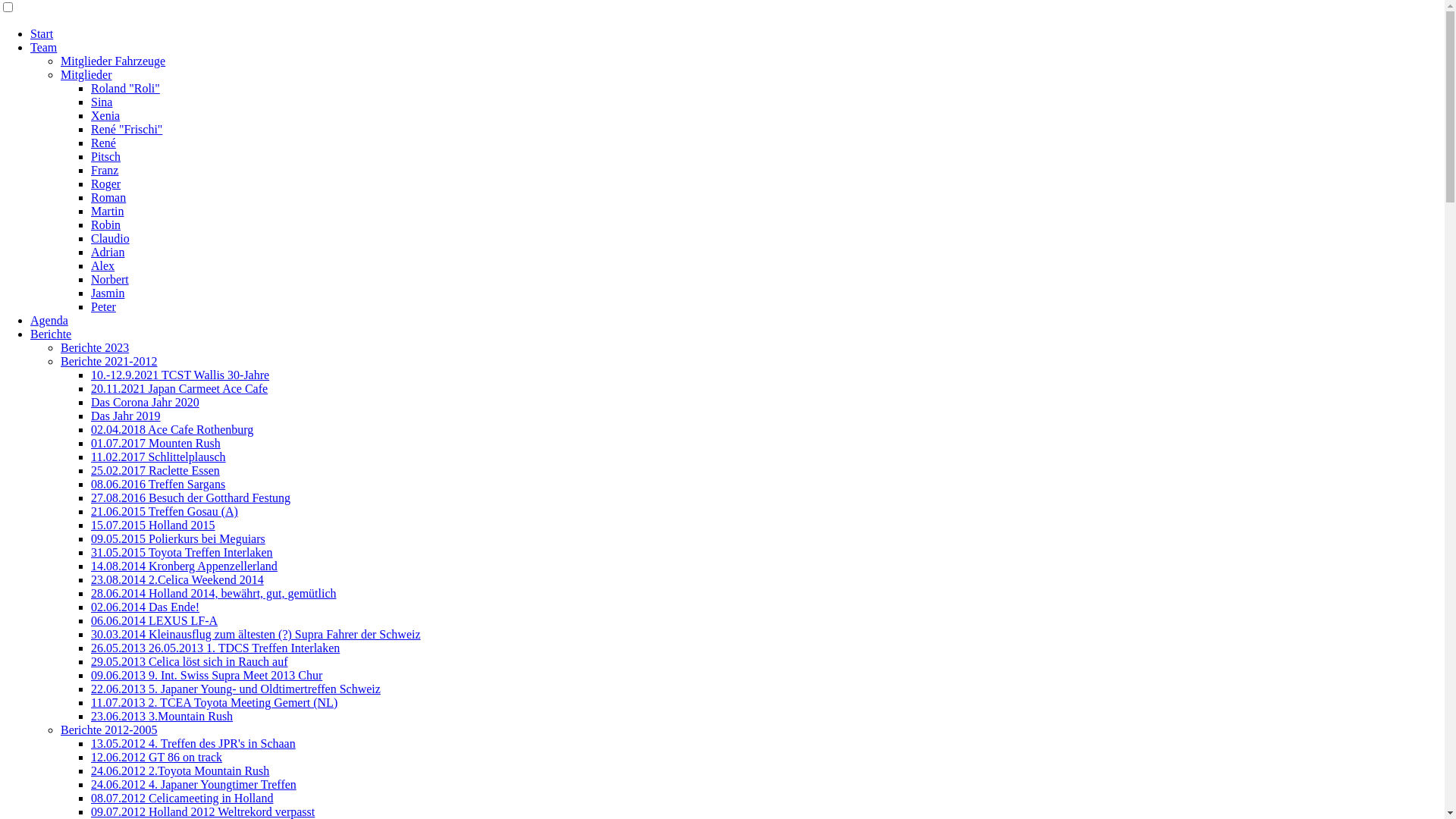  I want to click on 'Martin', so click(107, 211).